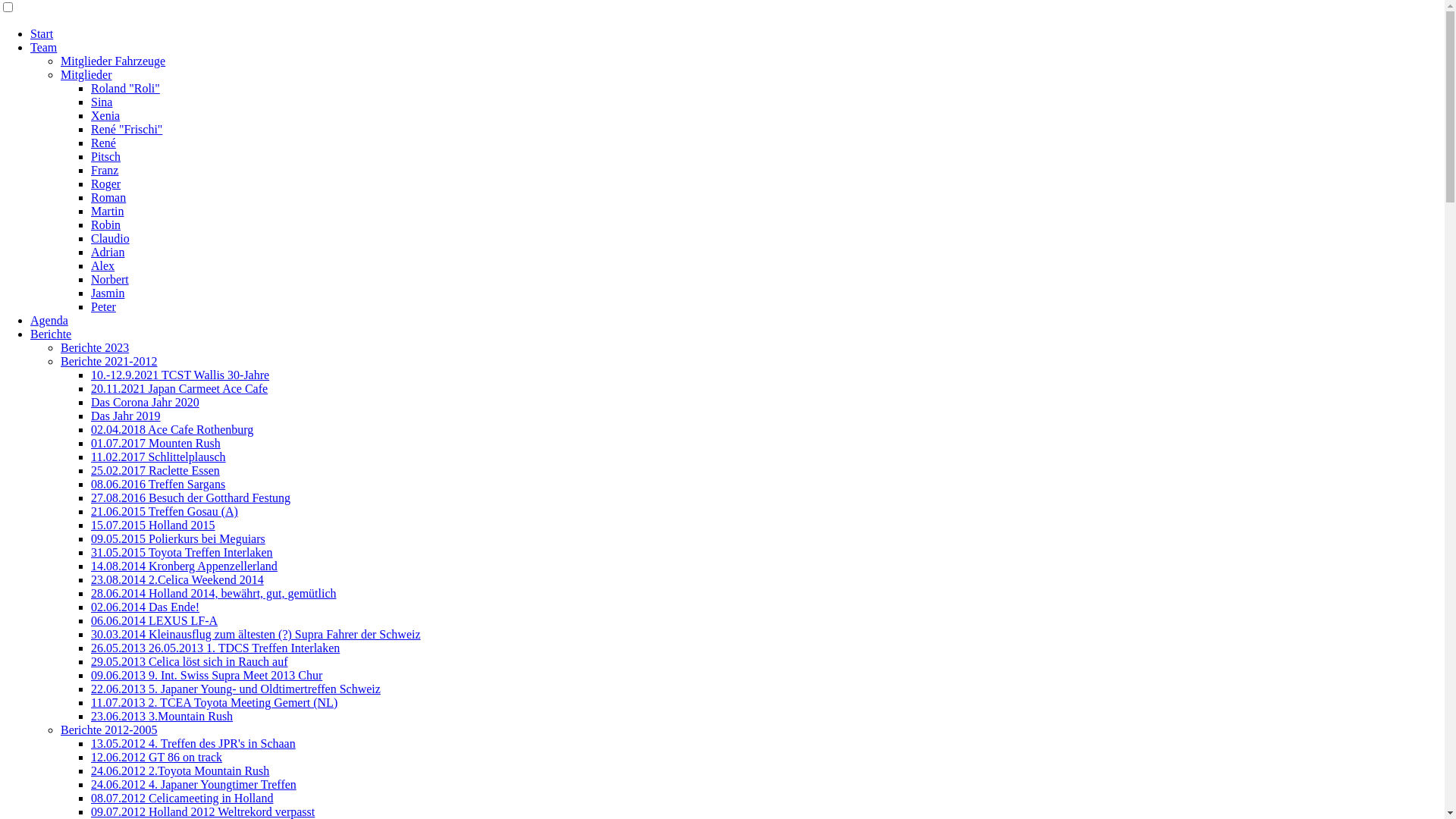  I want to click on 'Martin', so click(107, 211).